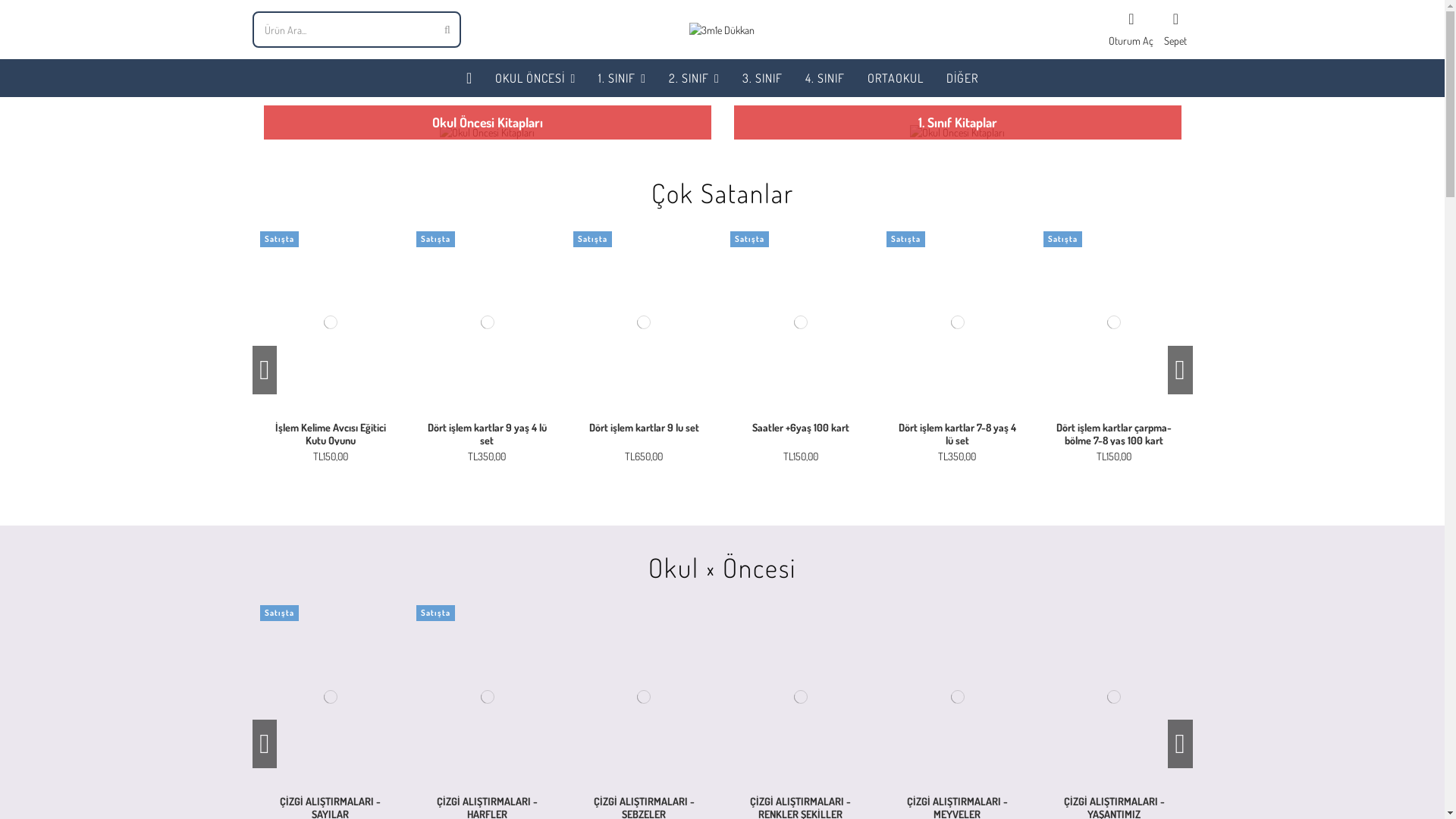  Describe the element at coordinates (330, 455) in the screenshot. I see `'TL150,00'` at that location.